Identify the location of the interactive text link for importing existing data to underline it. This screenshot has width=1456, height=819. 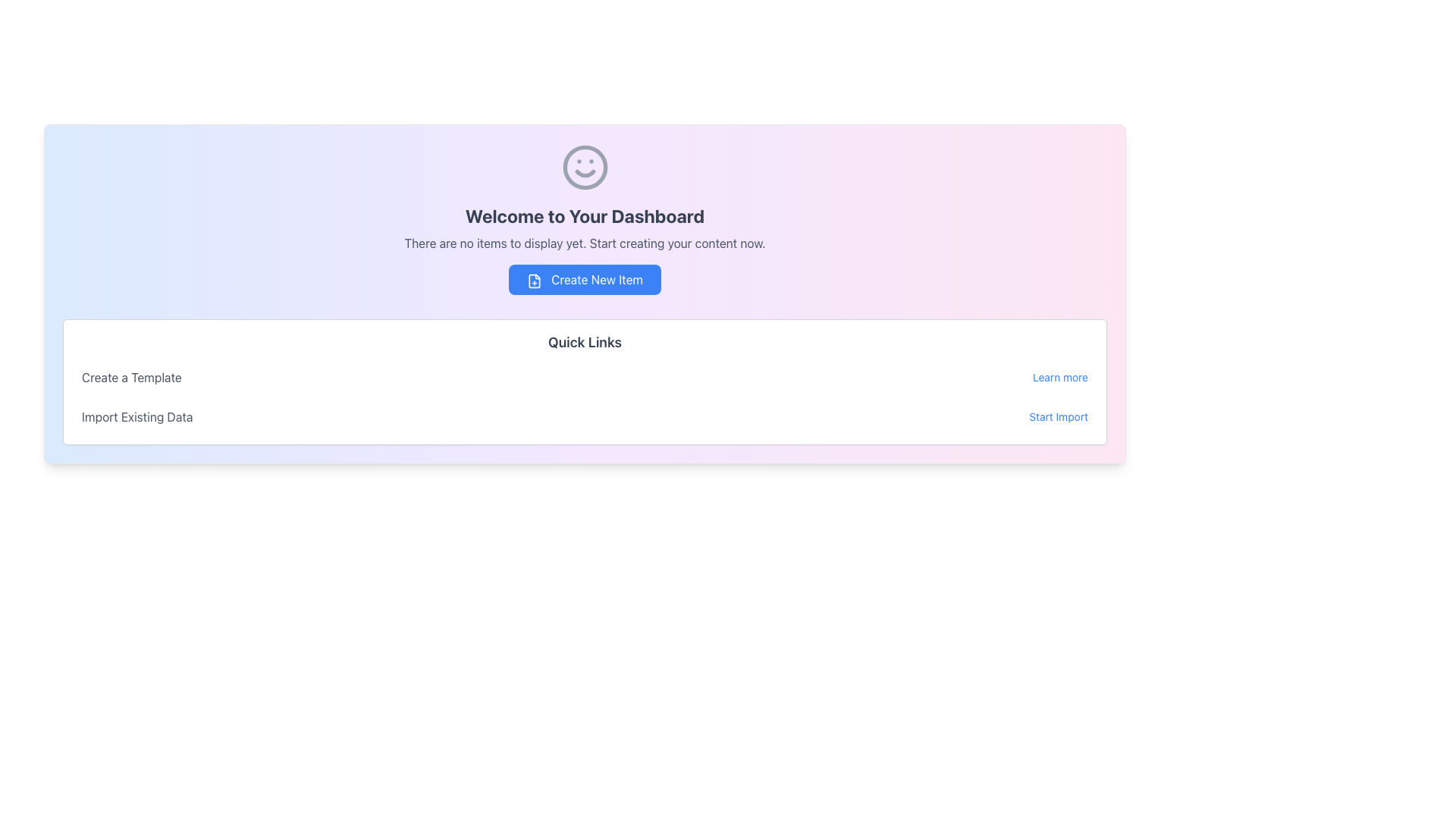
(1058, 417).